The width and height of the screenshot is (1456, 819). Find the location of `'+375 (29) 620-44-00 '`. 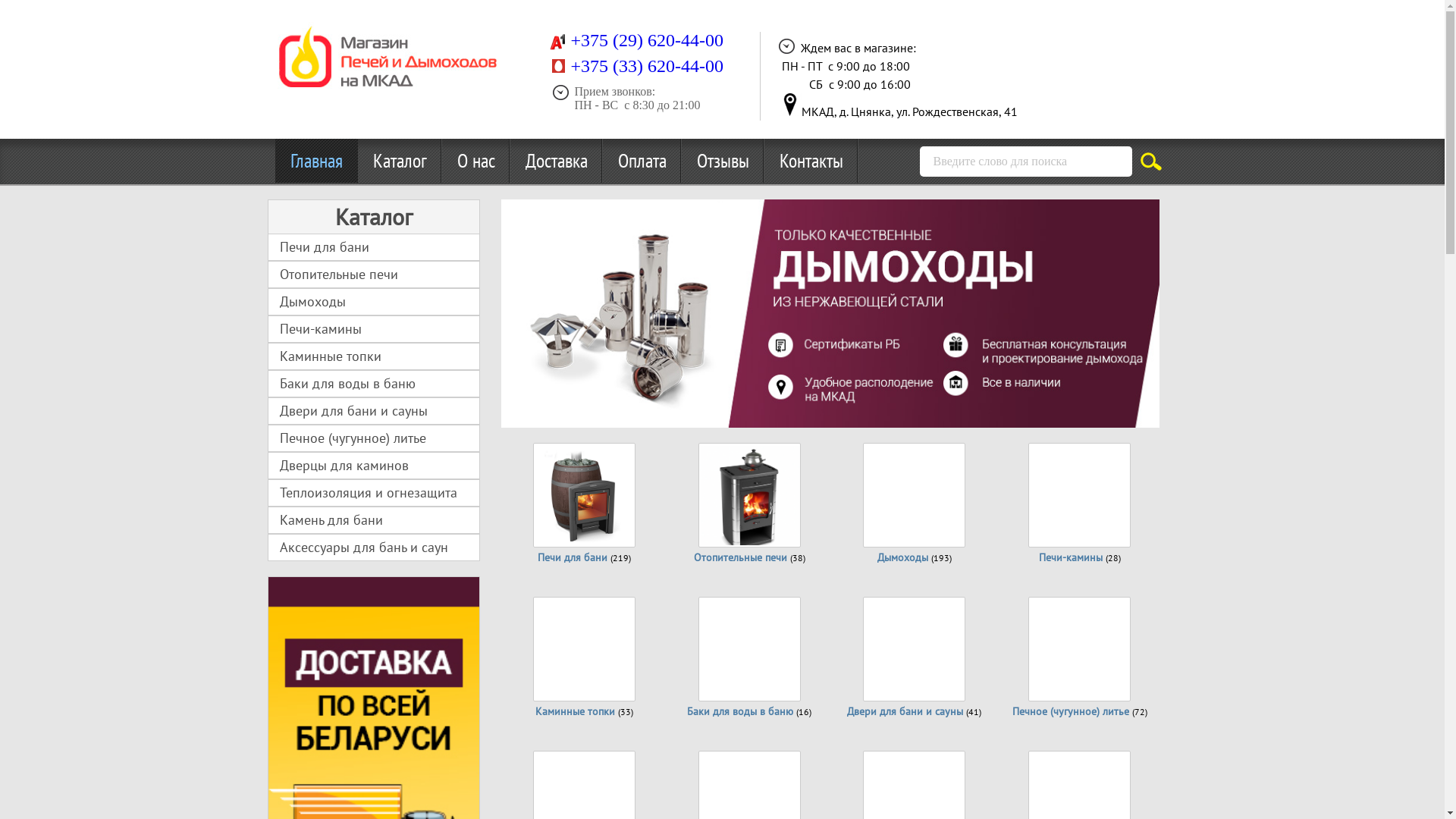

'+375 (29) 620-44-00 ' is located at coordinates (647, 42).